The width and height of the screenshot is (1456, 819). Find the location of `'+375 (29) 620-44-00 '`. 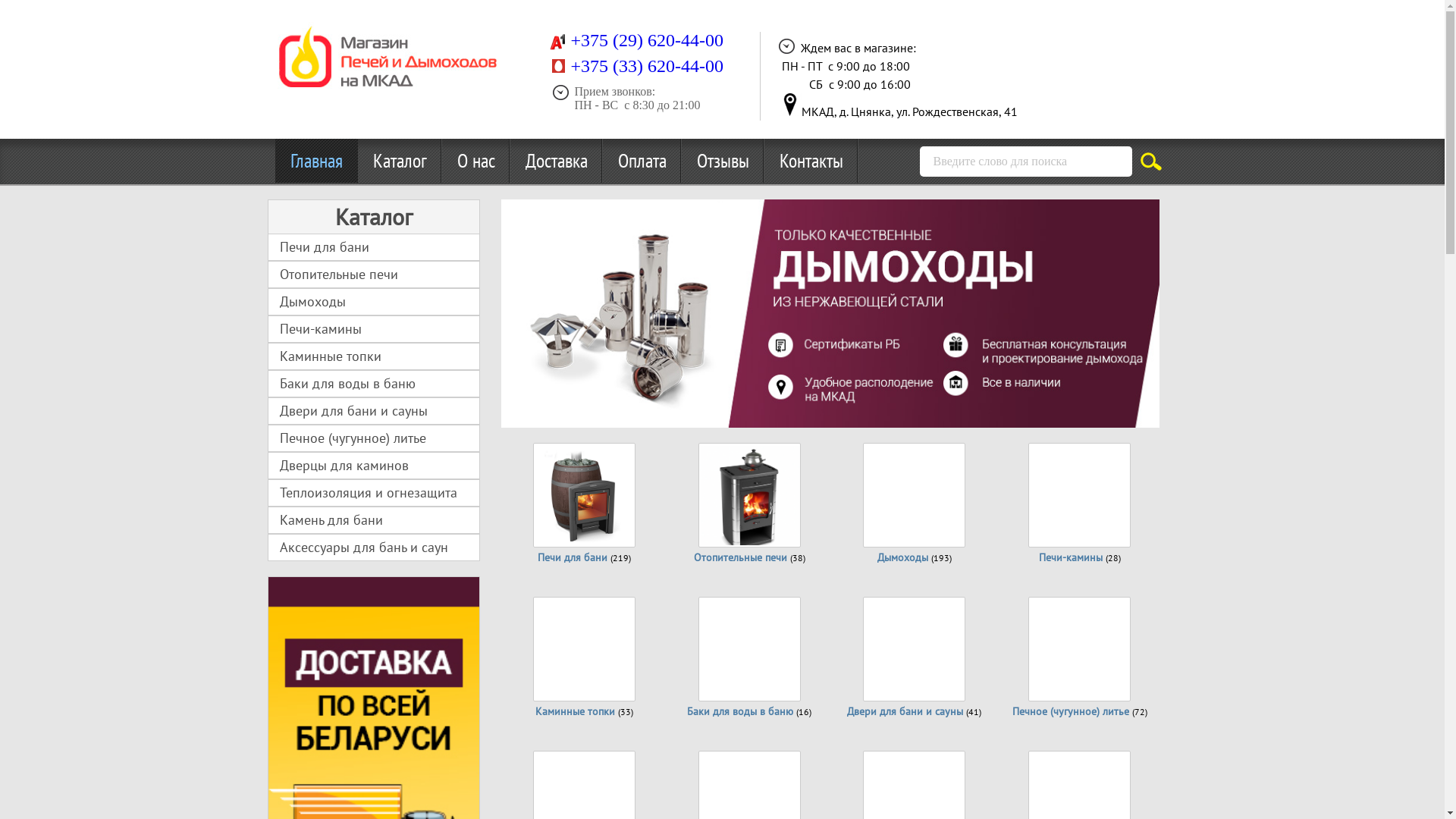

'+375 (29) 620-44-00 ' is located at coordinates (647, 42).